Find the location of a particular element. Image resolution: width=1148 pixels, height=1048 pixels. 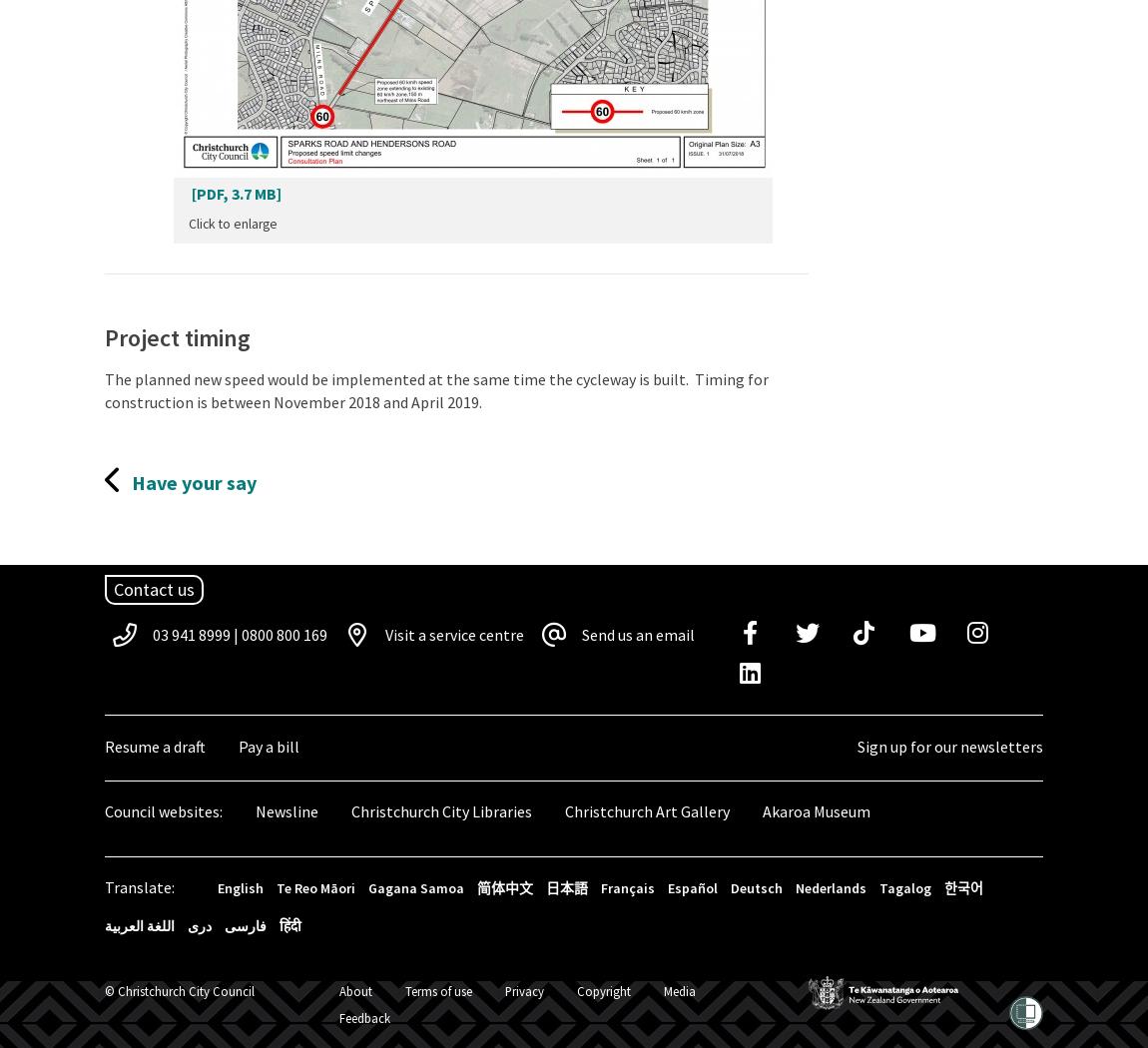

'The planned new speed would be implemented at the same time the cycleway is built.  Timing for construction is between November 2018 and April 2019.' is located at coordinates (103, 390).